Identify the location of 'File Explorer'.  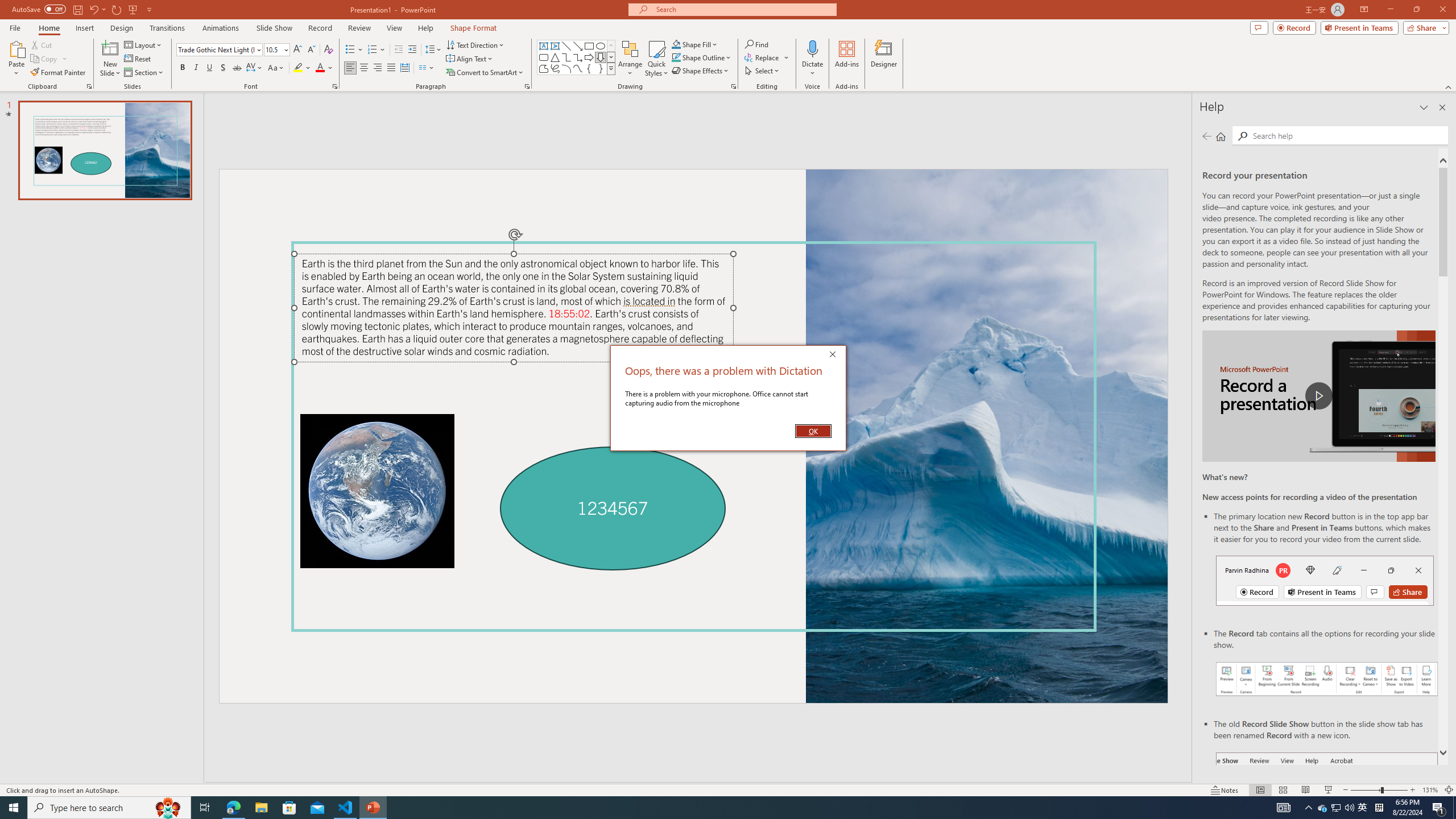
(260, 806).